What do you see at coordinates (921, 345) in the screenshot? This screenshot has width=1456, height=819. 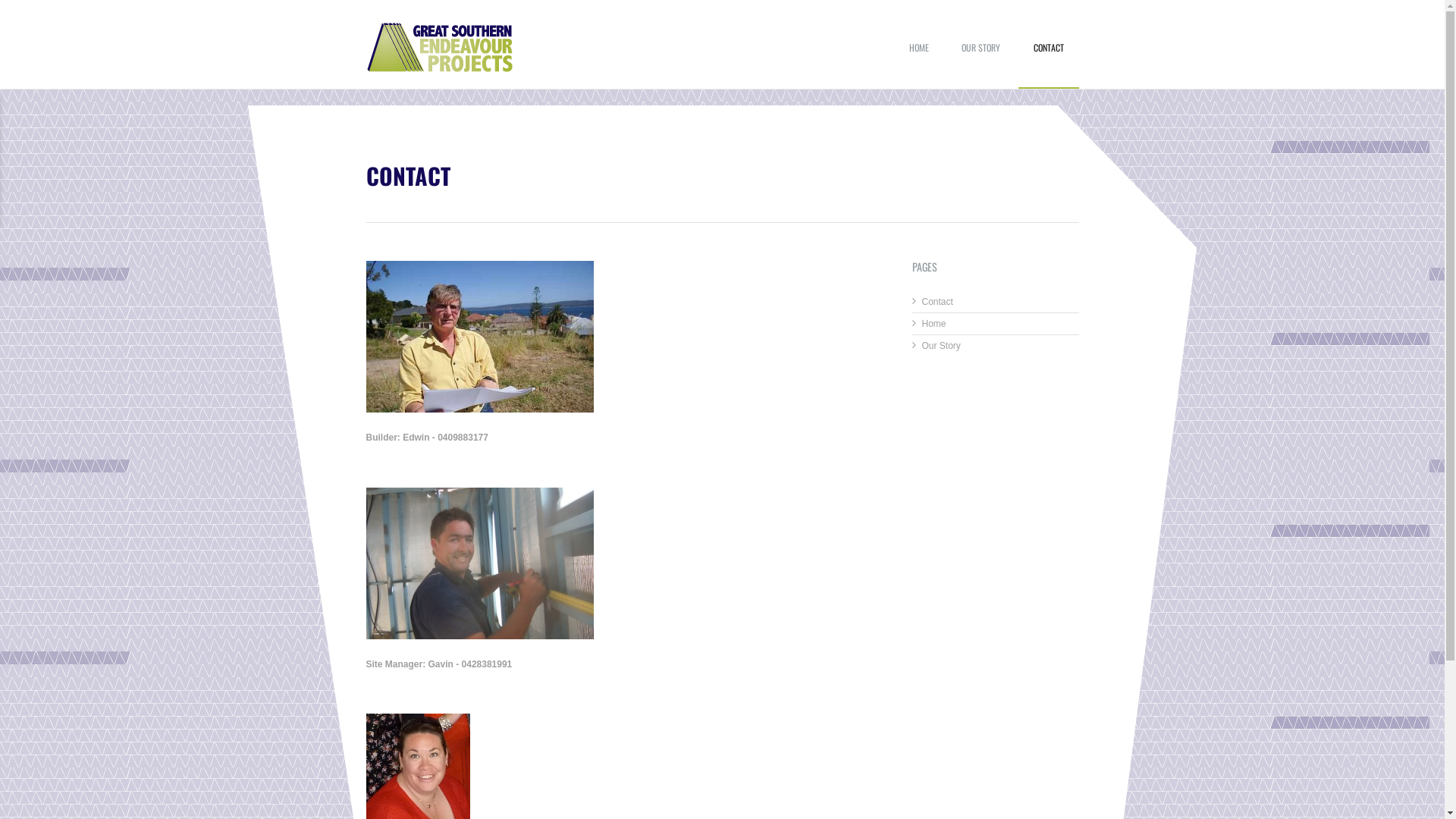 I see `'Our Story'` at bounding box center [921, 345].